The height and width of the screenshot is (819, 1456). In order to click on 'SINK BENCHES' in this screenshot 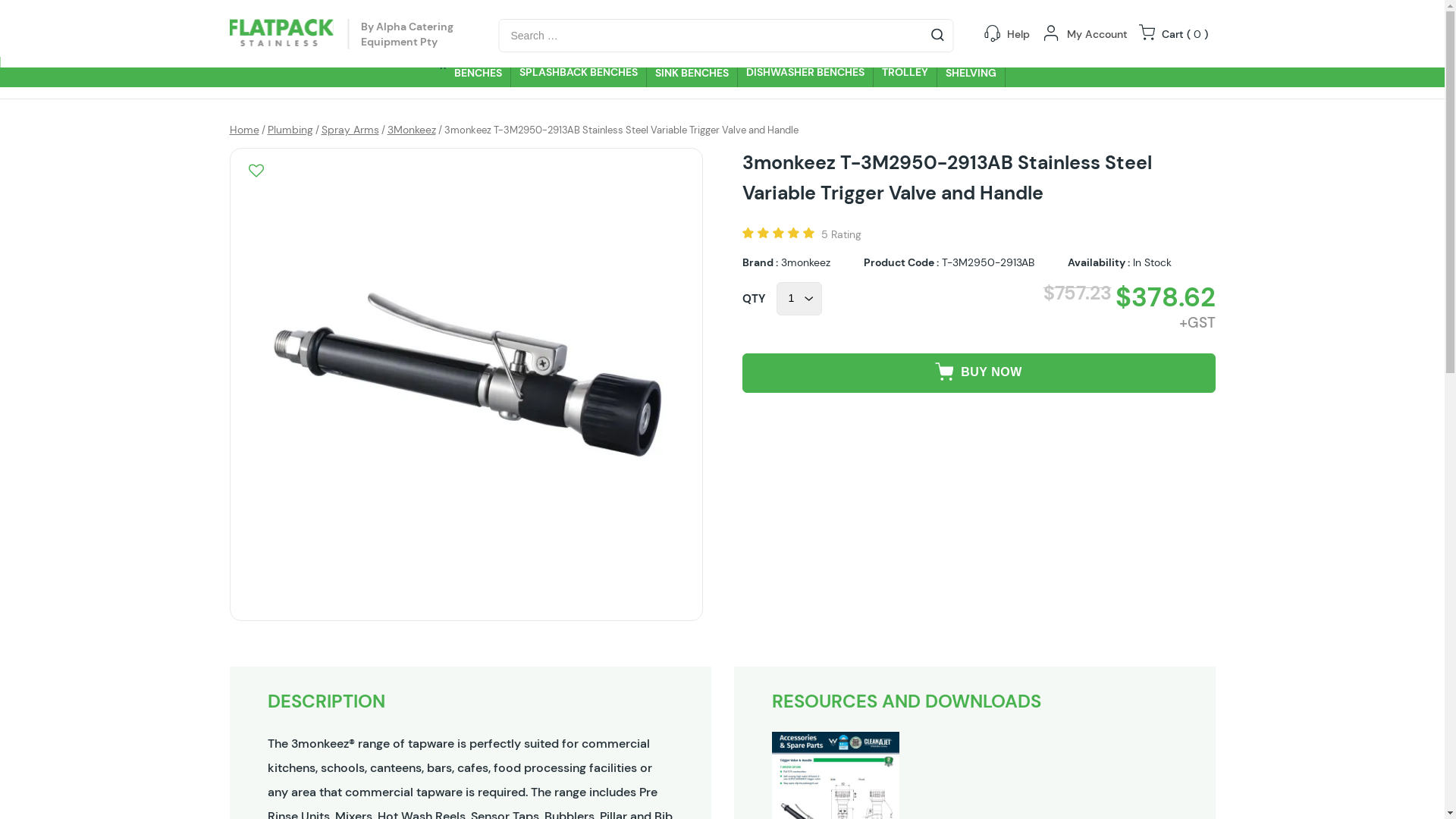, I will do `click(645, 72)`.